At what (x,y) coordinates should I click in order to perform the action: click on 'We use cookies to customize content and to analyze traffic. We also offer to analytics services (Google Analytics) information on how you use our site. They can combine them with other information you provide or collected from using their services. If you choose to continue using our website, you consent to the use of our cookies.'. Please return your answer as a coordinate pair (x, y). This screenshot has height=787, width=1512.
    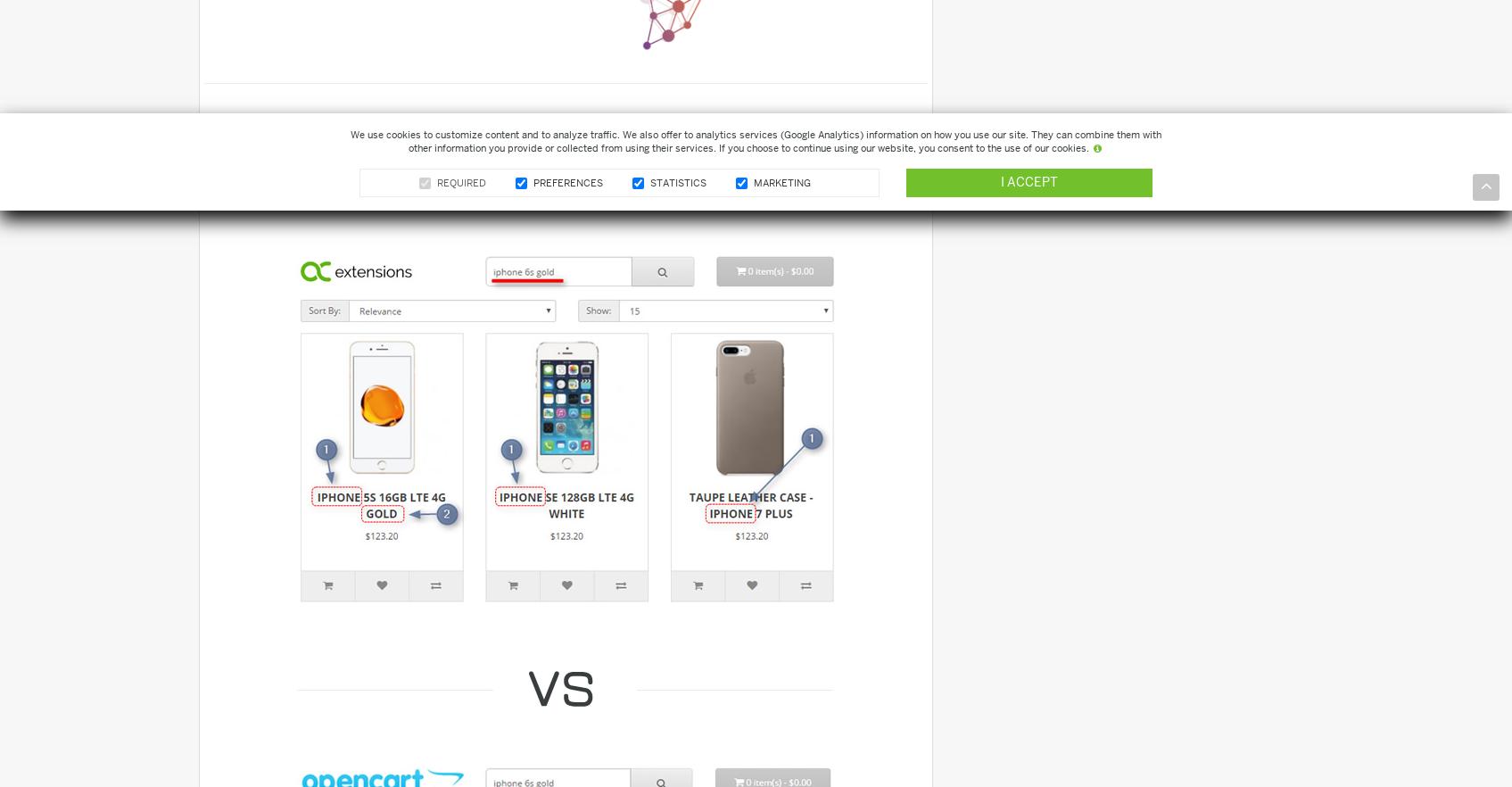
    Looking at the image, I should click on (756, 141).